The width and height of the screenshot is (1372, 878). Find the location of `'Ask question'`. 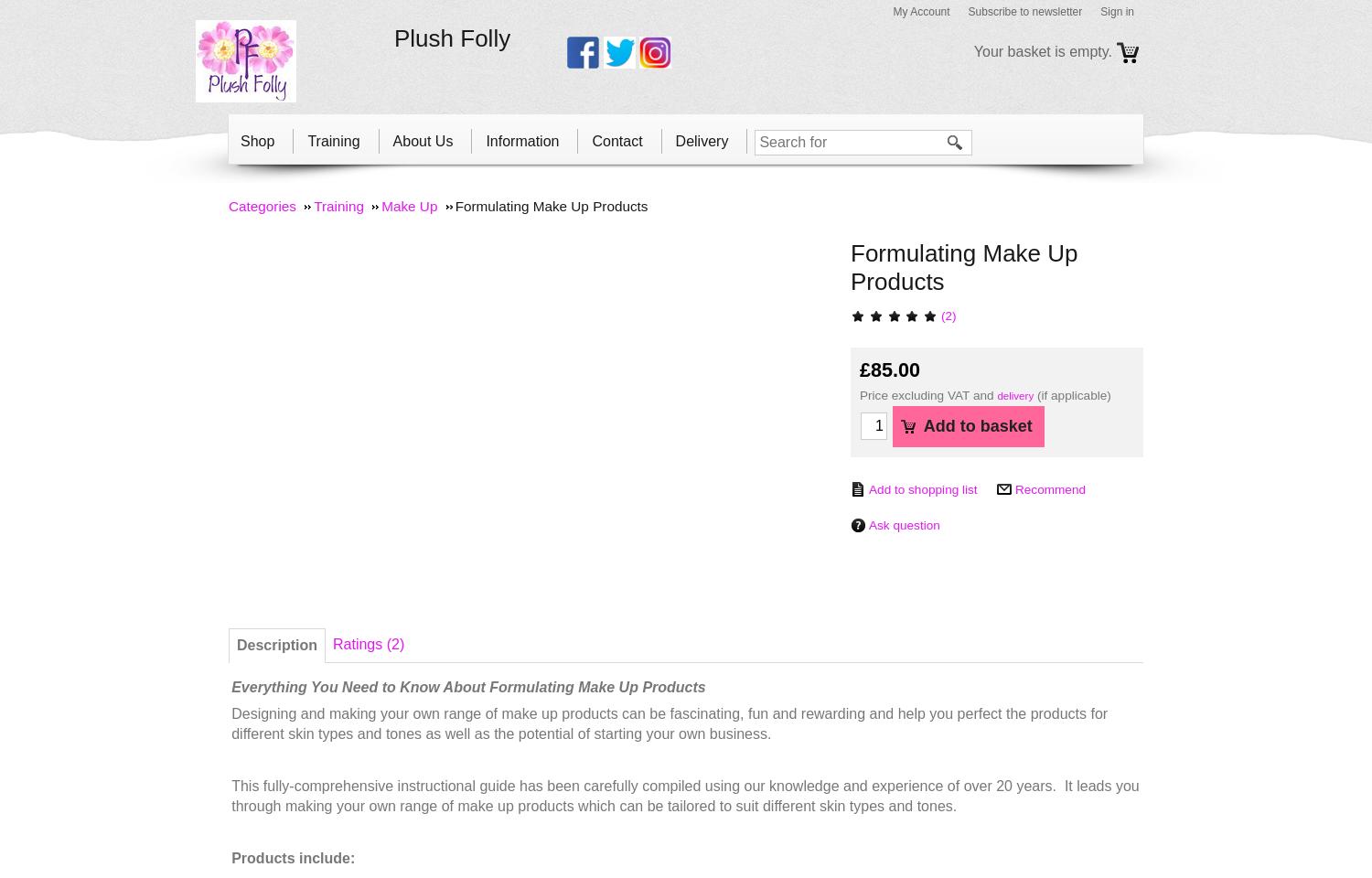

'Ask question' is located at coordinates (903, 524).